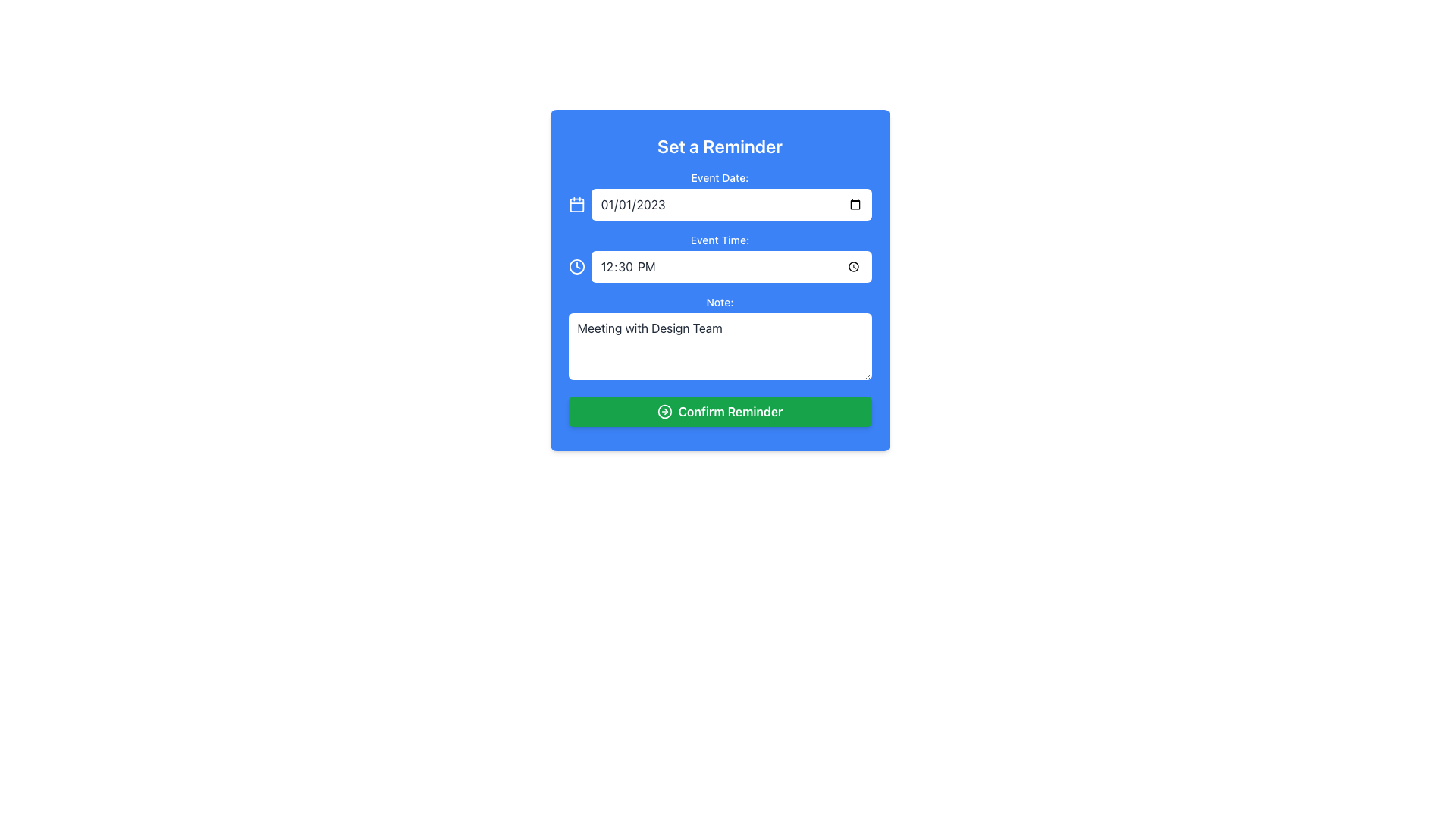 The height and width of the screenshot is (819, 1456). Describe the element at coordinates (730, 412) in the screenshot. I see `the 'Confirm Reminder' button, which is a white text on a green rounded button located at the bottom of the 'Set a Reminder' modal dialog` at that location.